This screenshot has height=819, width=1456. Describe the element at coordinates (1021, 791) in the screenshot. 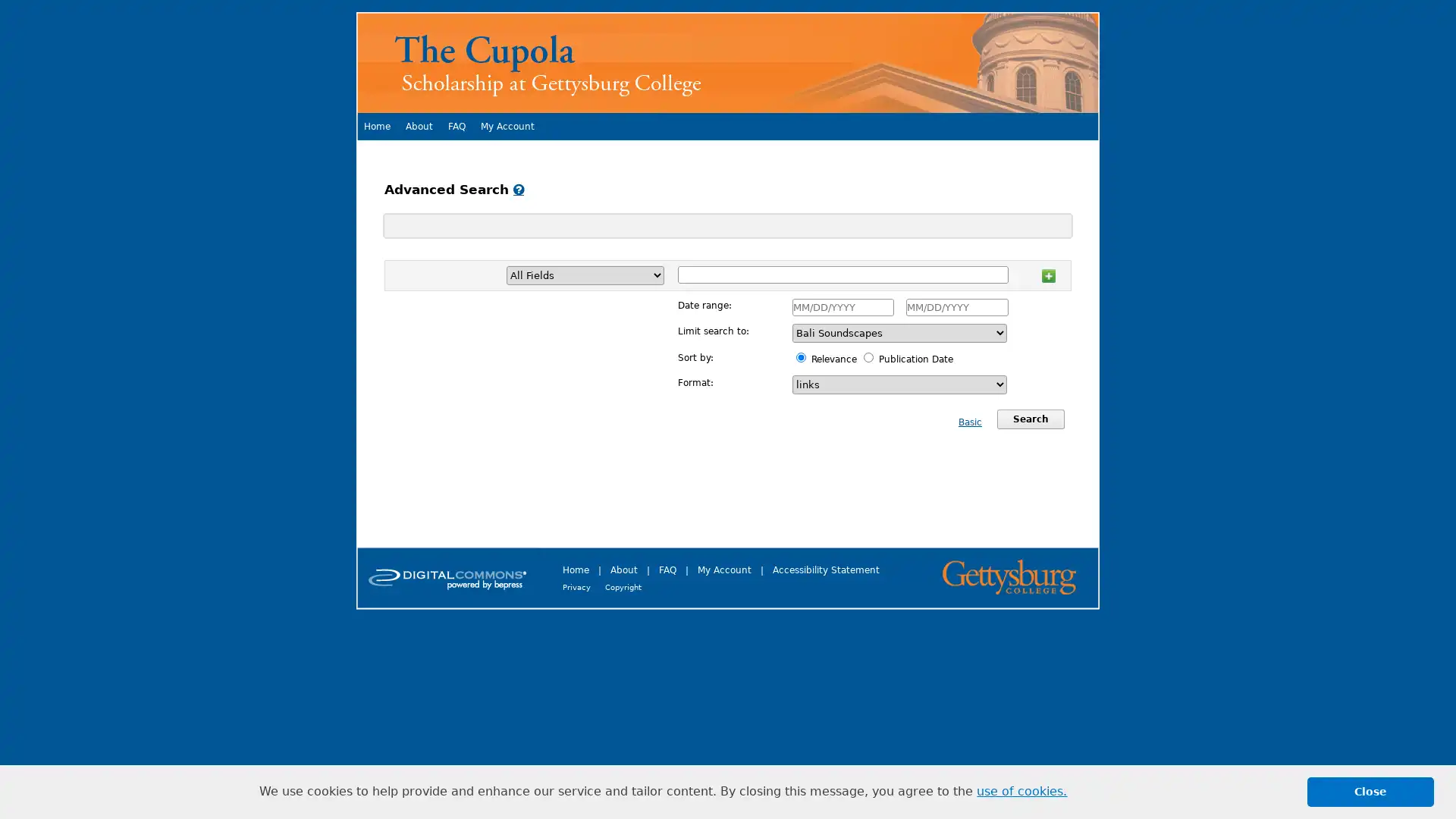

I see `learn more about cookies` at that location.